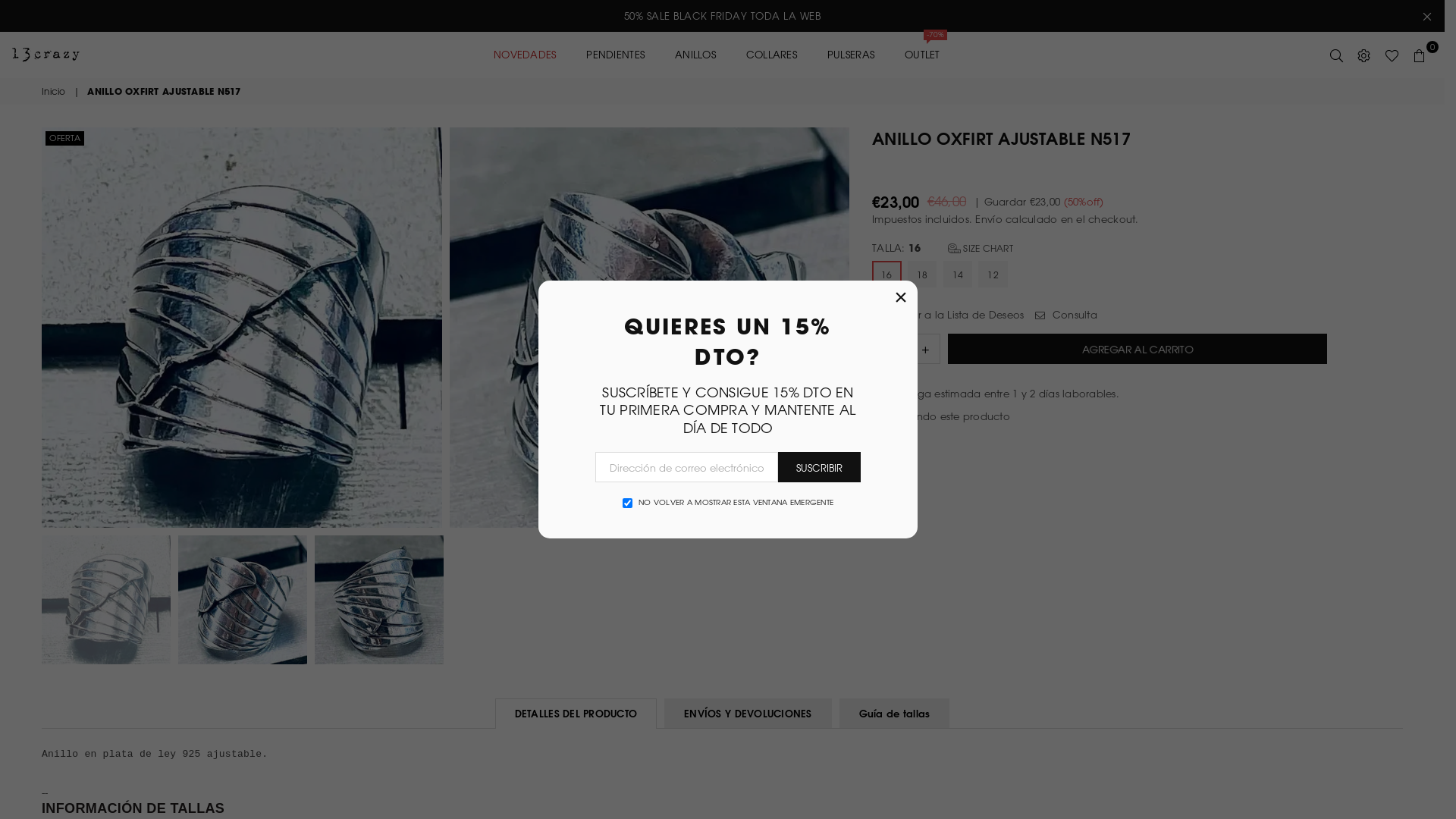  Describe the element at coordinates (1419, 54) in the screenshot. I see `'0'` at that location.